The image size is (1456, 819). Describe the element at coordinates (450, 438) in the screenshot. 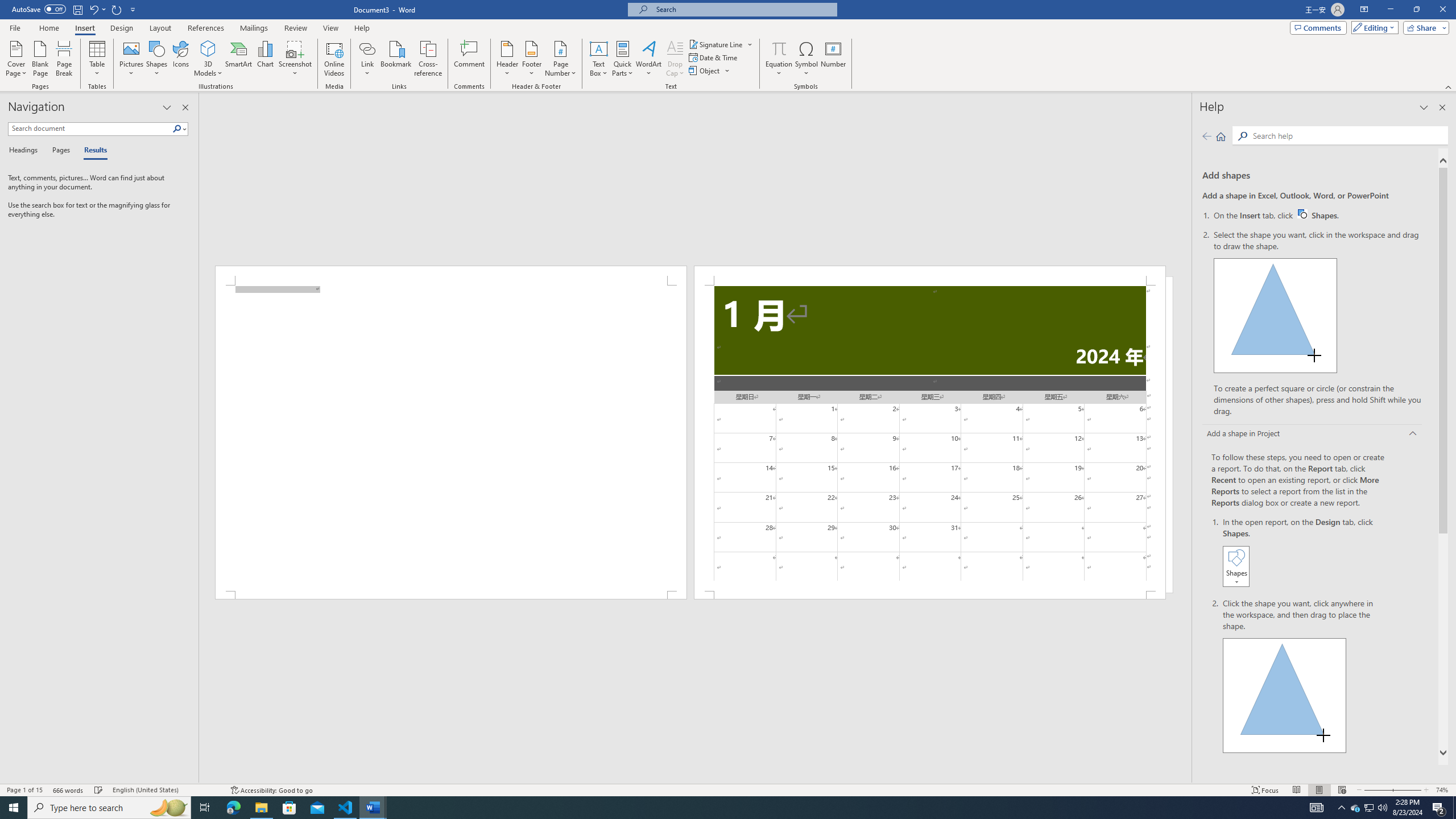

I see `'Page 1 content'` at that location.